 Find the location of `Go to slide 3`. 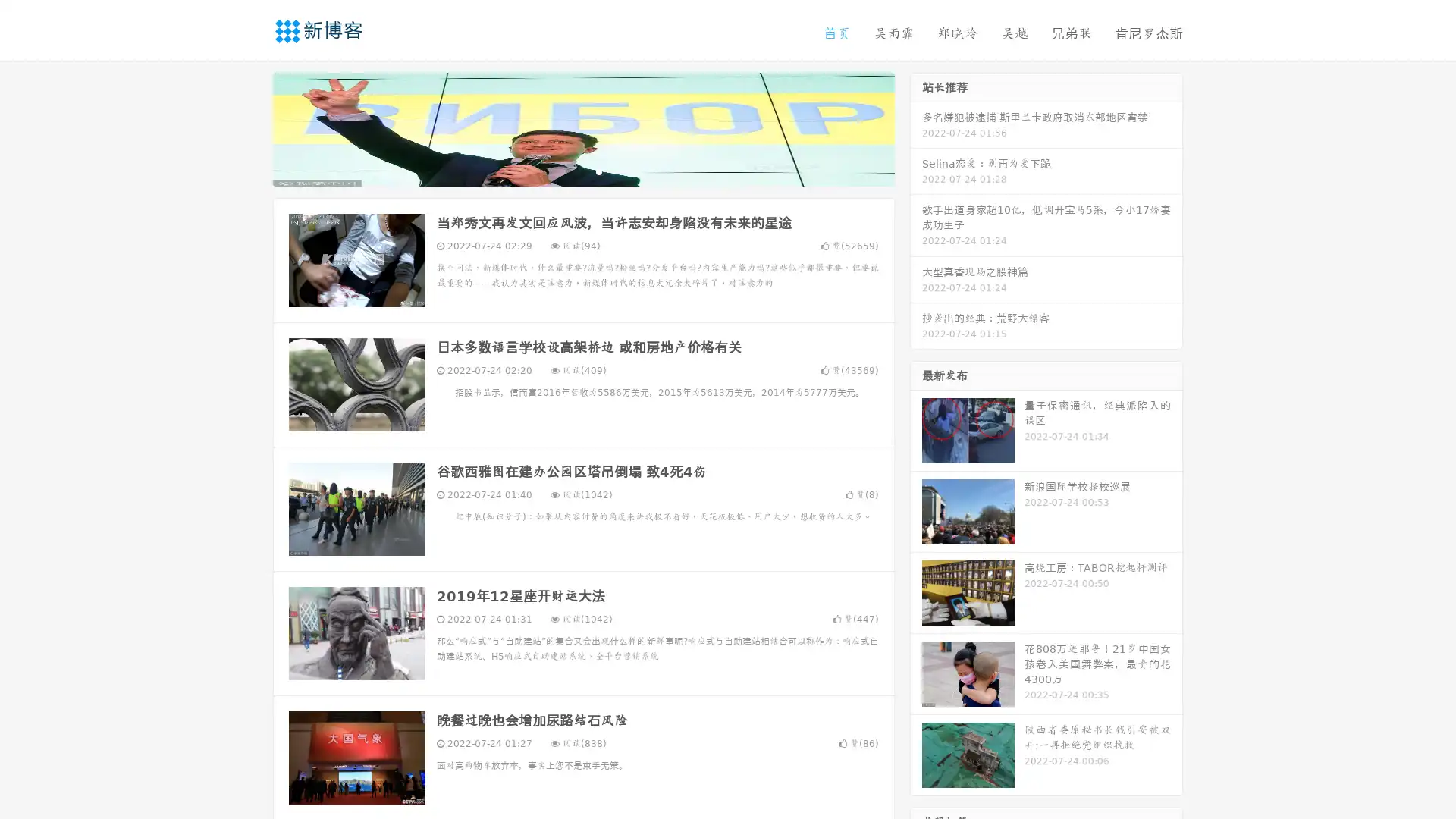

Go to slide 3 is located at coordinates (598, 171).